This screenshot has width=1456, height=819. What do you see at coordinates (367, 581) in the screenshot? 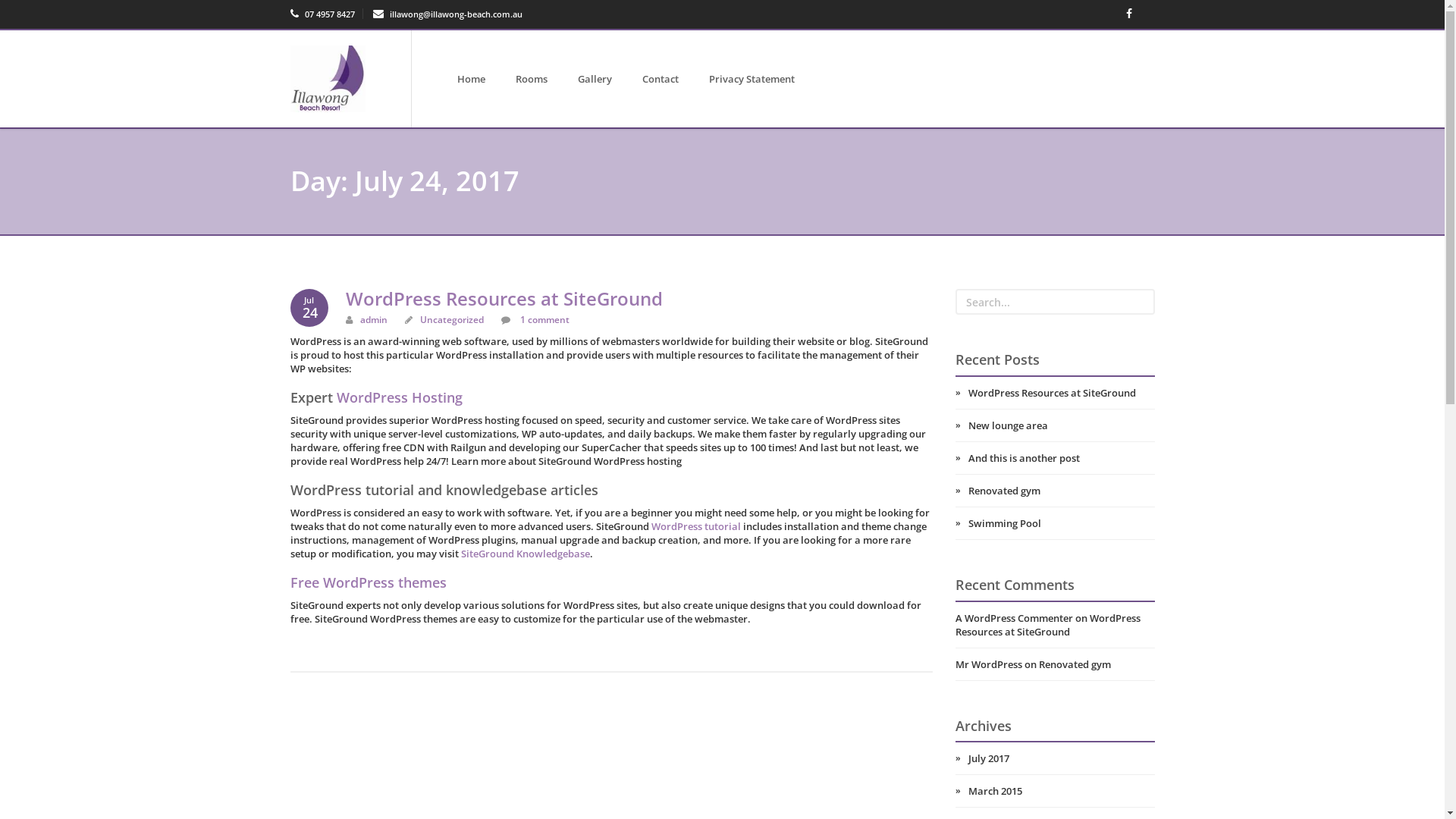
I see `'Free WordPress themes'` at bounding box center [367, 581].